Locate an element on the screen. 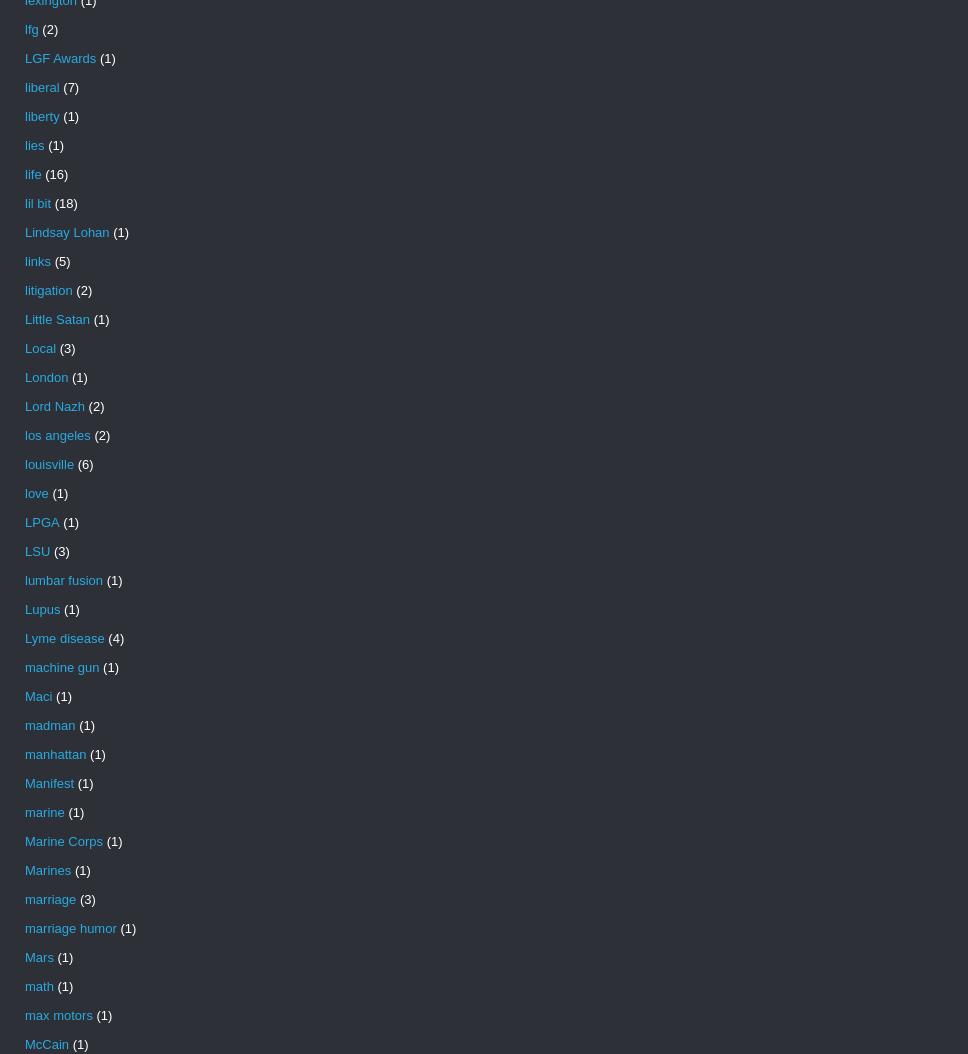  'manhattan' is located at coordinates (54, 754).